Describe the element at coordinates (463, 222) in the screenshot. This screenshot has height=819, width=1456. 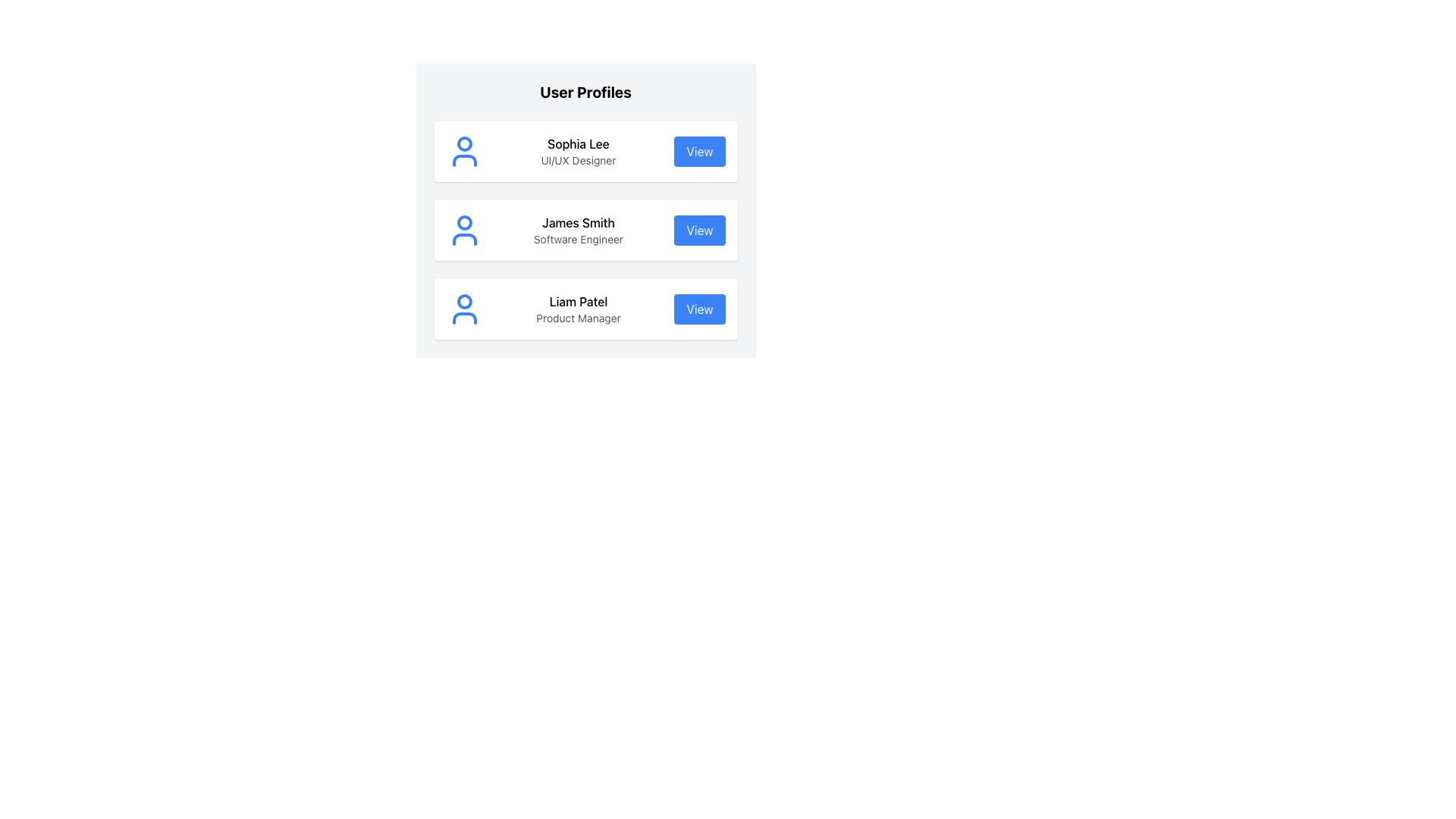
I see `the circular profile icon representing 'James Smith', the second profile entry under the title 'Software Engineer'` at that location.